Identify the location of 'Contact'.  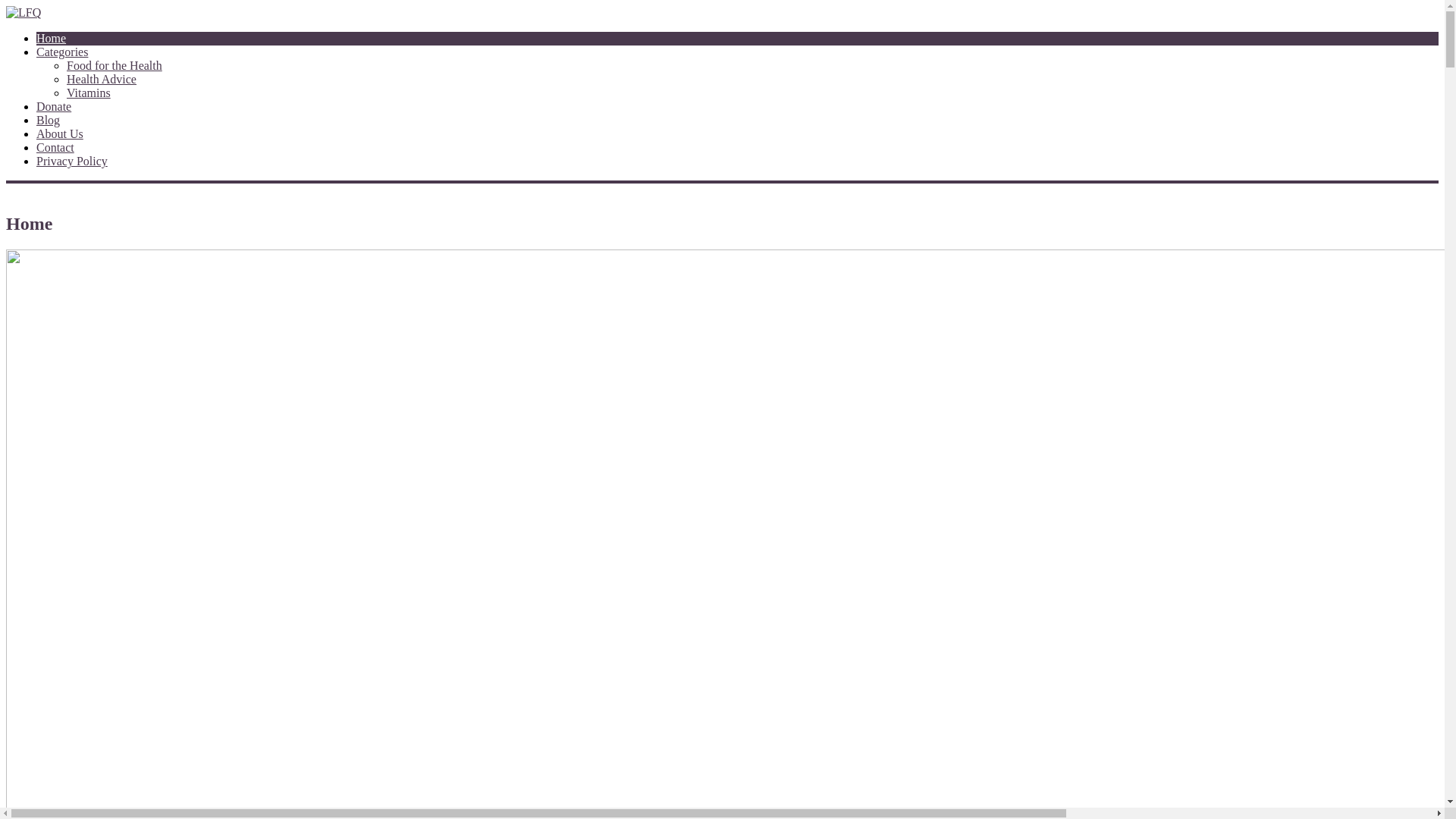
(55, 147).